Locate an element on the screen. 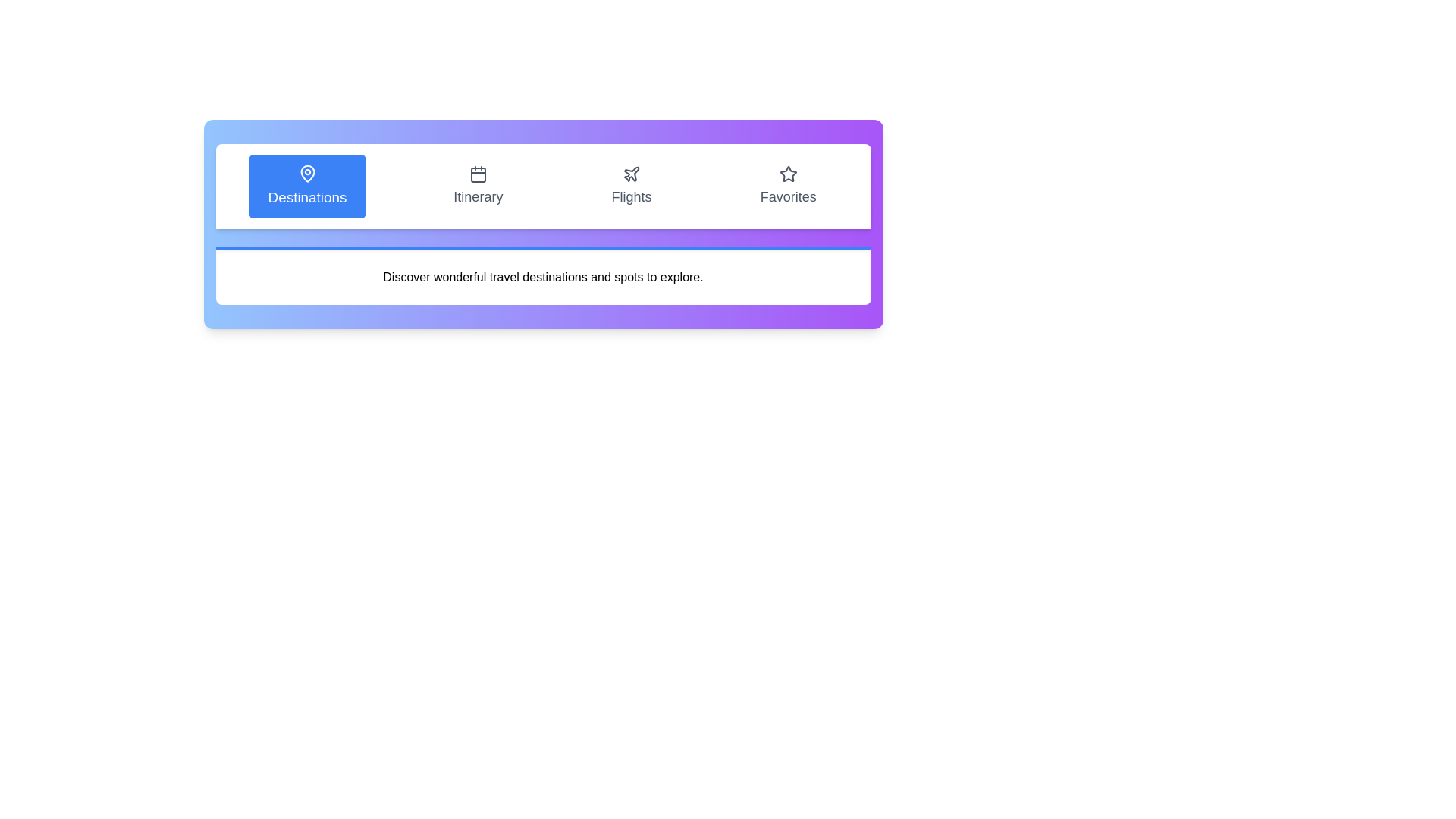  the Destinations tab to observe visual feedback is located at coordinates (306, 186).